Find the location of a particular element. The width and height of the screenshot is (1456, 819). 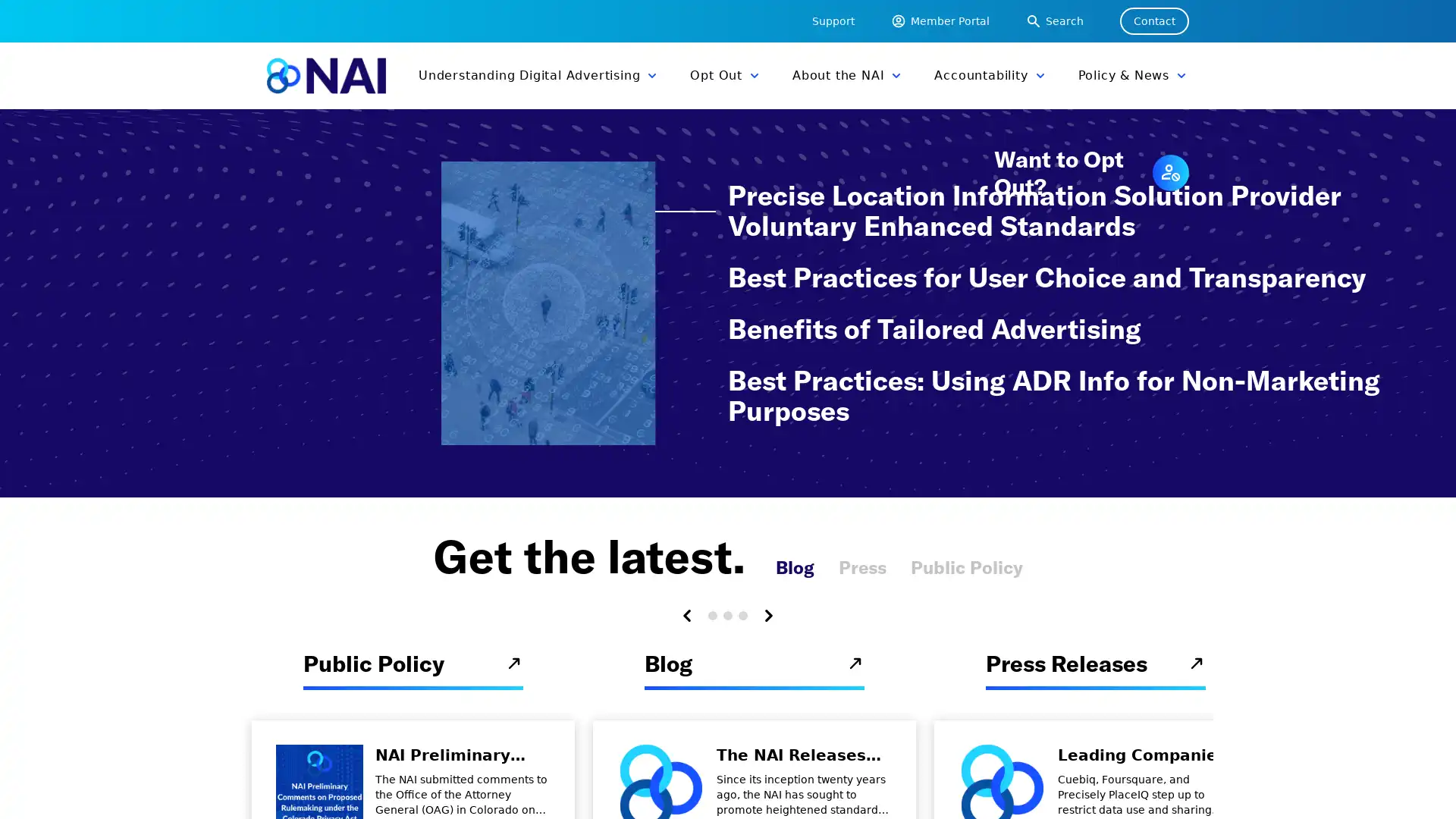

Press is located at coordinates (861, 567).